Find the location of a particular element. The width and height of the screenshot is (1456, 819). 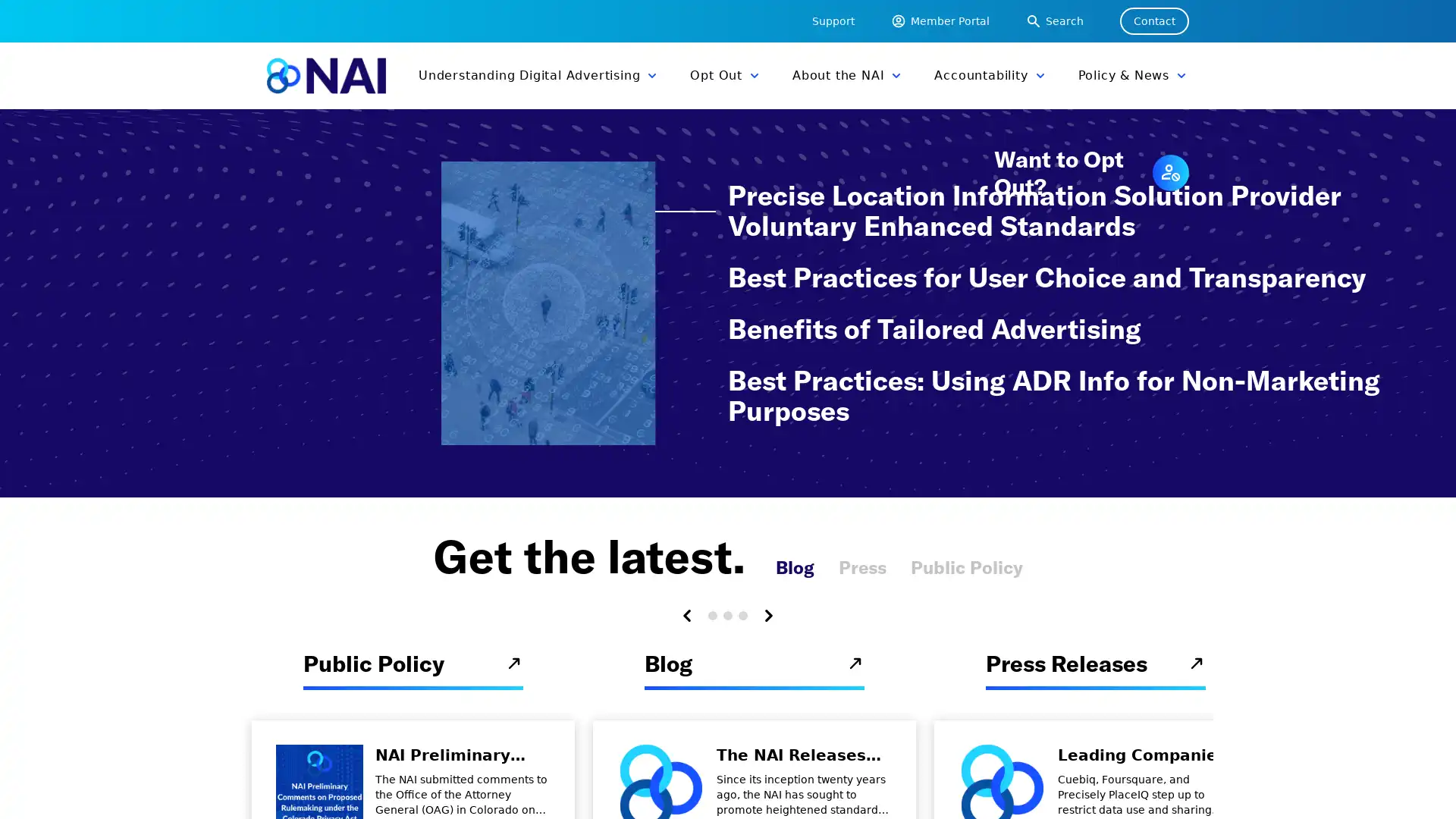

Press is located at coordinates (861, 567).